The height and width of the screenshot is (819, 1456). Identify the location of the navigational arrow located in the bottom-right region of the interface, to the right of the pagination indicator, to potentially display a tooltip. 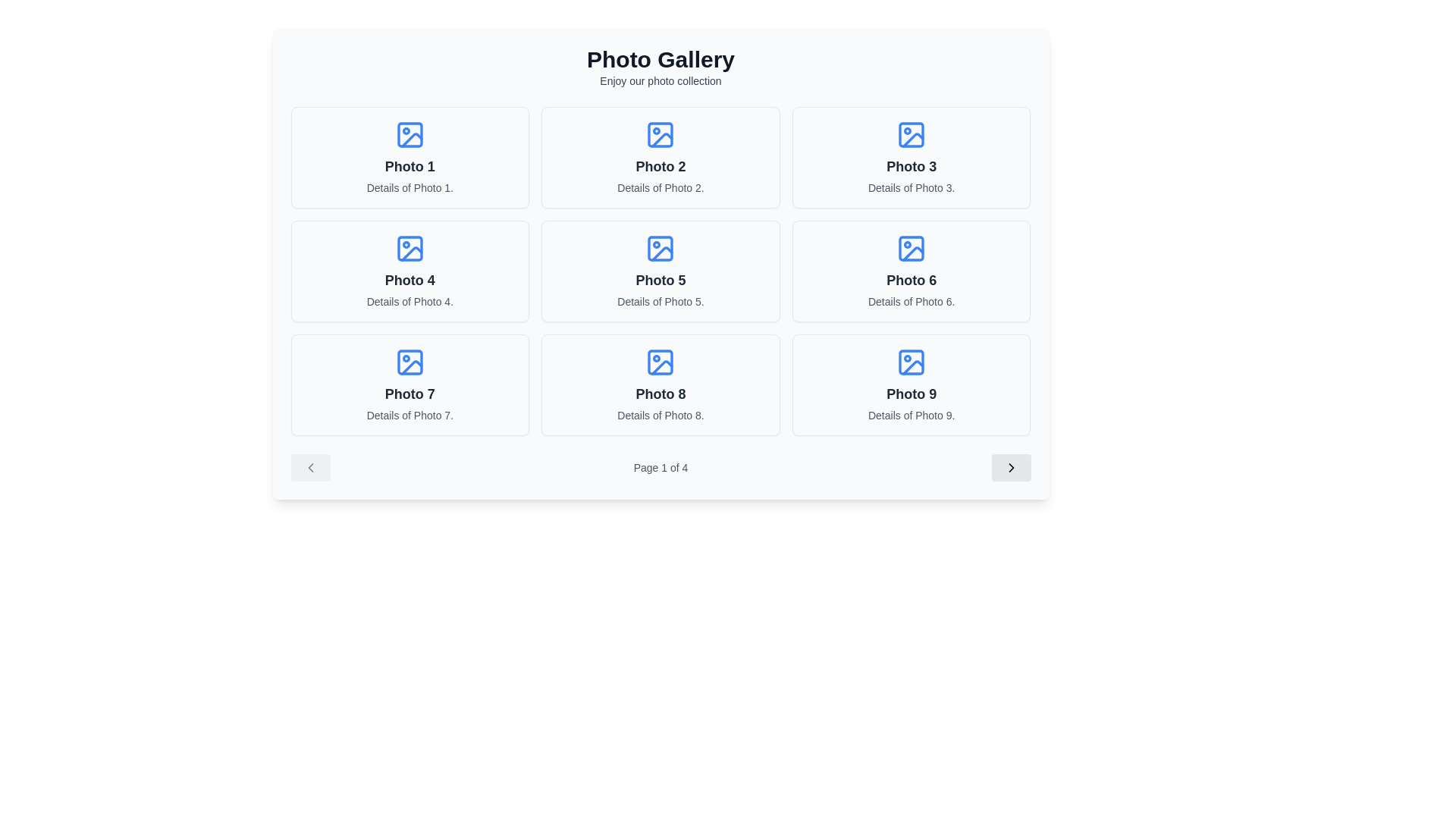
(1011, 467).